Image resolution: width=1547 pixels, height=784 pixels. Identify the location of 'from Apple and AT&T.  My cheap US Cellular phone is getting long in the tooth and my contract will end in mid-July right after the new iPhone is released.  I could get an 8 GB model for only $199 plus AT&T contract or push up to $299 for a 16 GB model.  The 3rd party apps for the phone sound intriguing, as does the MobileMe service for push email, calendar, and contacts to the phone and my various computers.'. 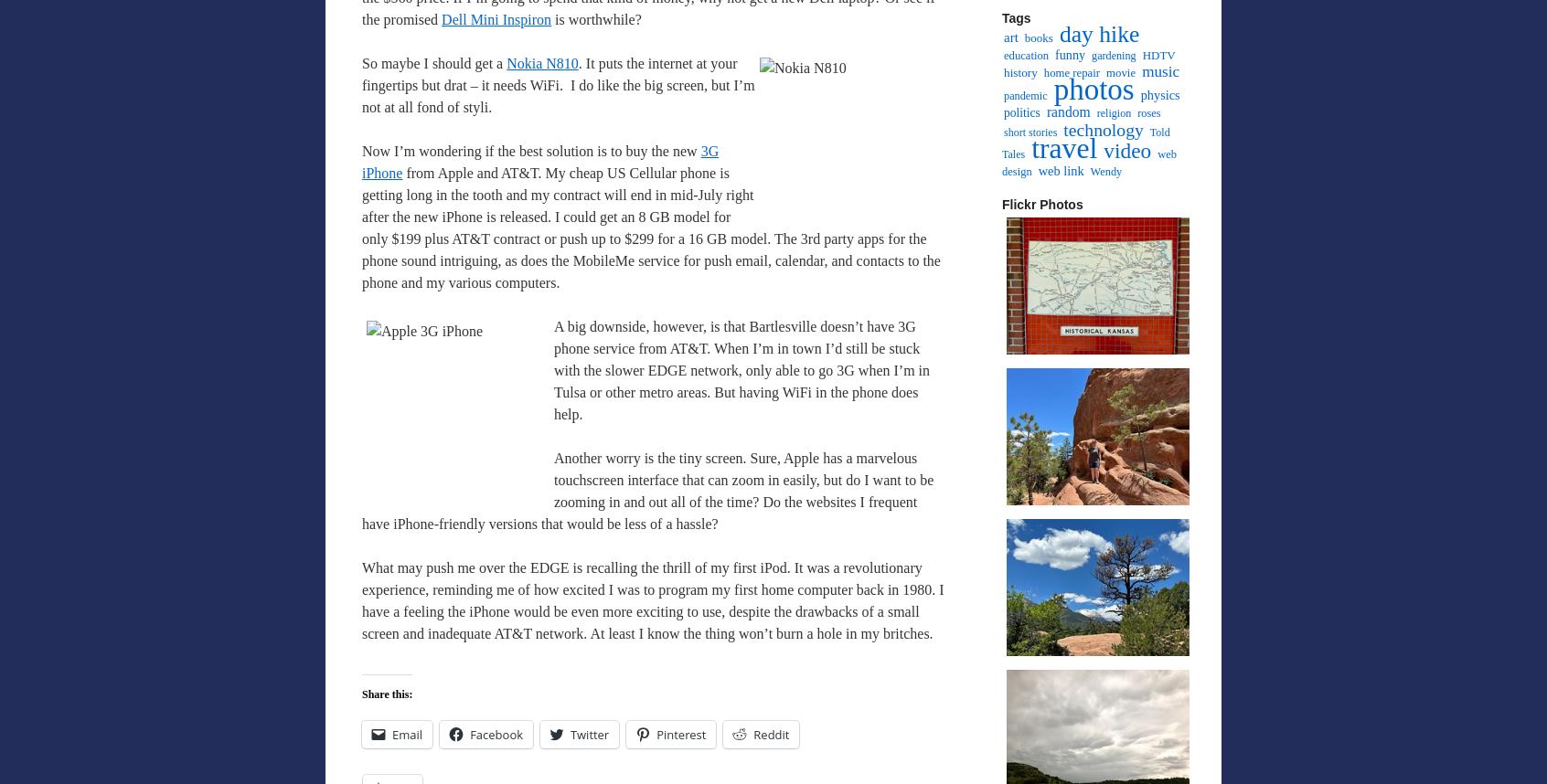
(649, 227).